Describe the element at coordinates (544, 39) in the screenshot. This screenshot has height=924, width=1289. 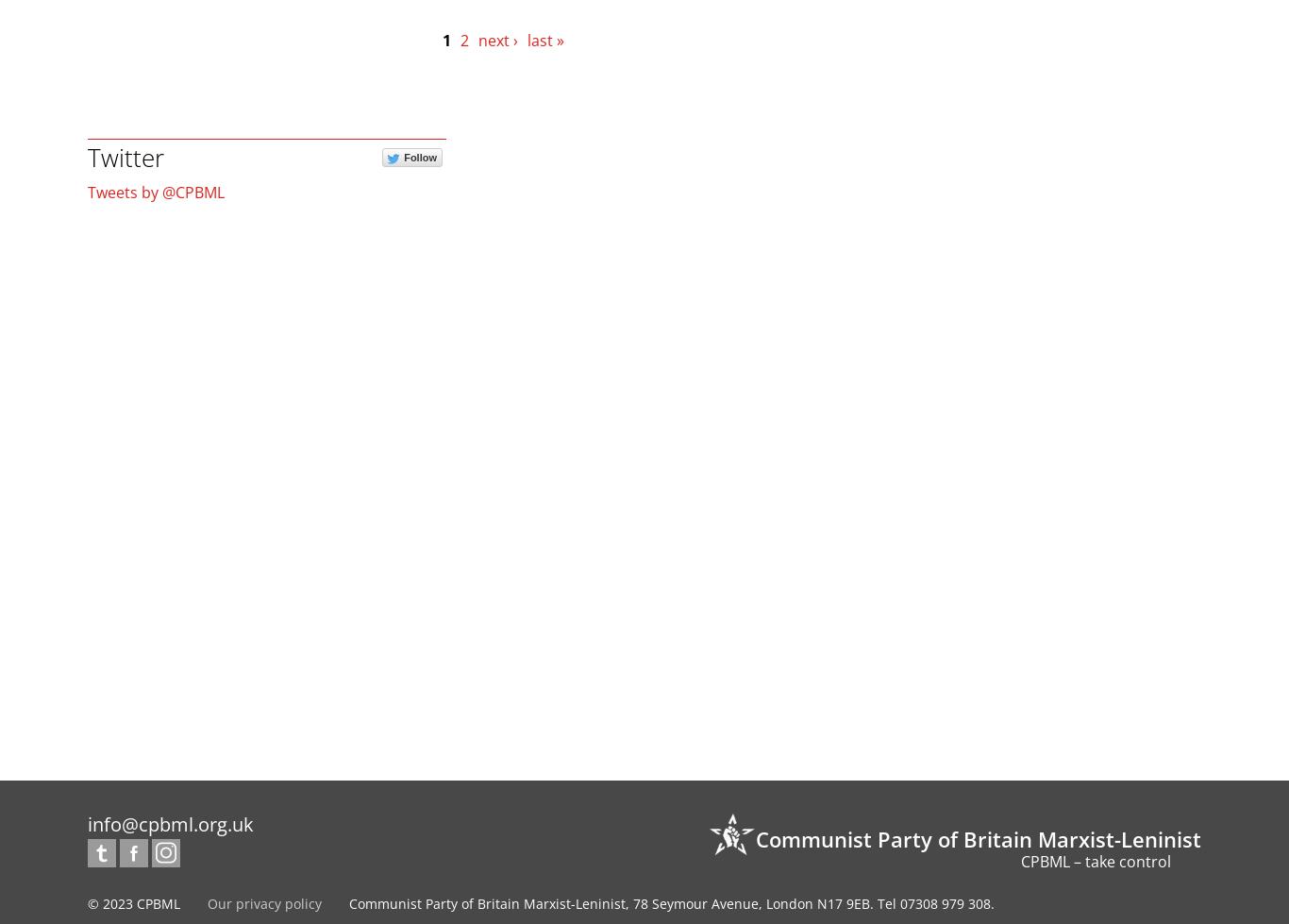
I see `'last »'` at that location.